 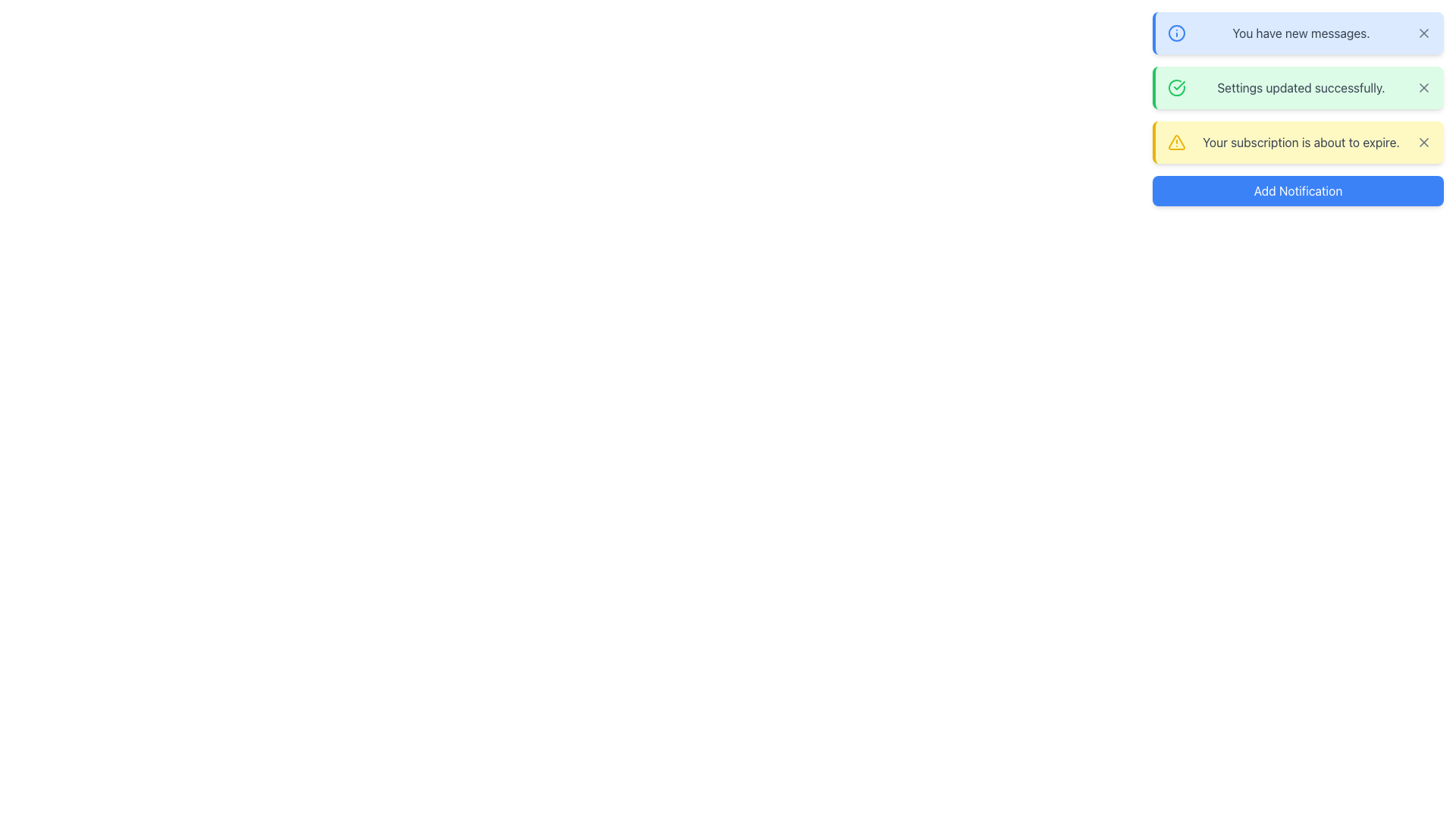 What do you see at coordinates (1175, 143) in the screenshot?
I see `the triangular warning icon with a yellow border and exclamation mark located inside the yellow-highlighted box labeled 'Your subscription is about to expire.'` at bounding box center [1175, 143].